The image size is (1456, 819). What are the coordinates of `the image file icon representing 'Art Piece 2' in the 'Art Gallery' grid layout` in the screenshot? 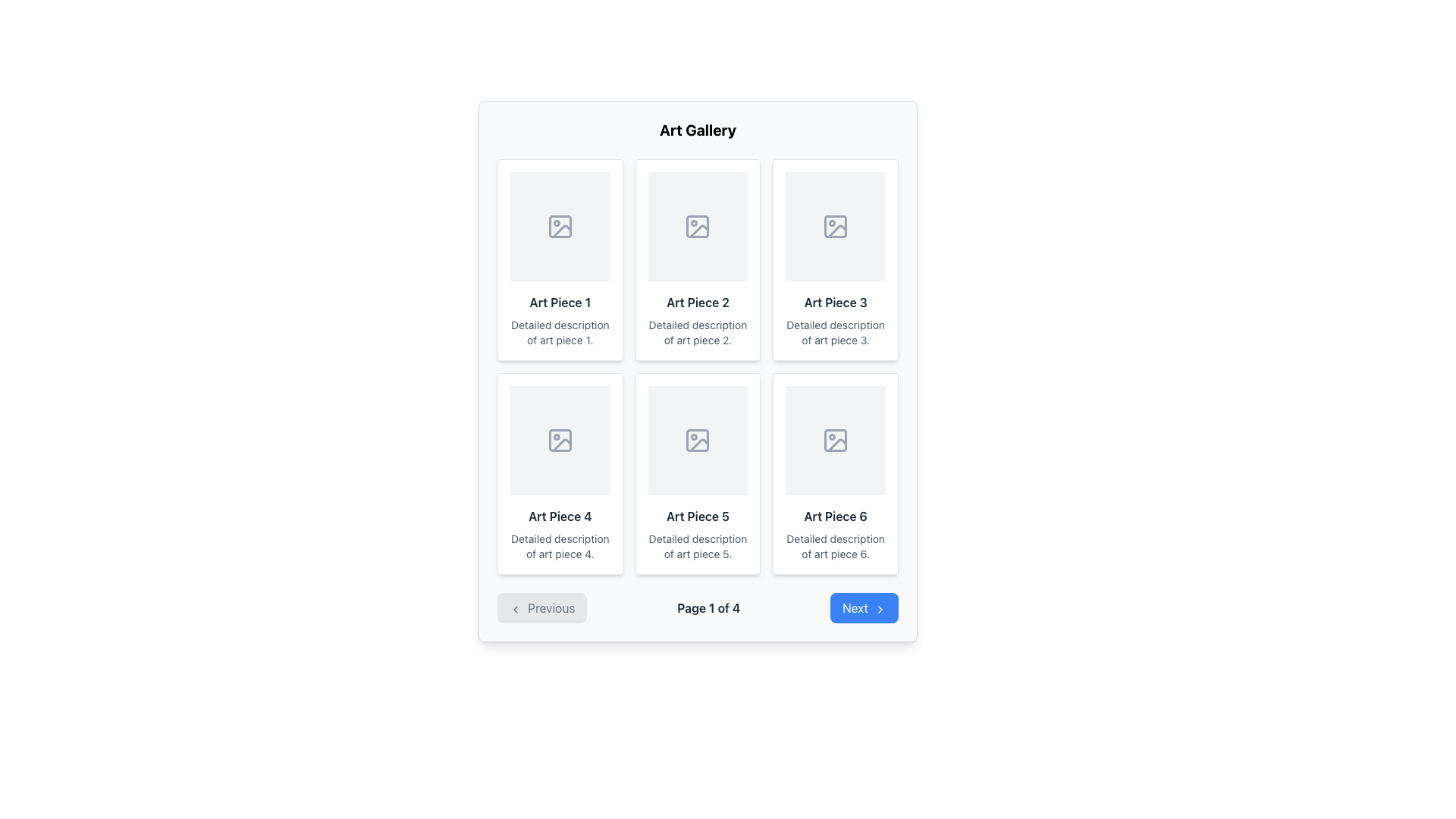 It's located at (697, 227).